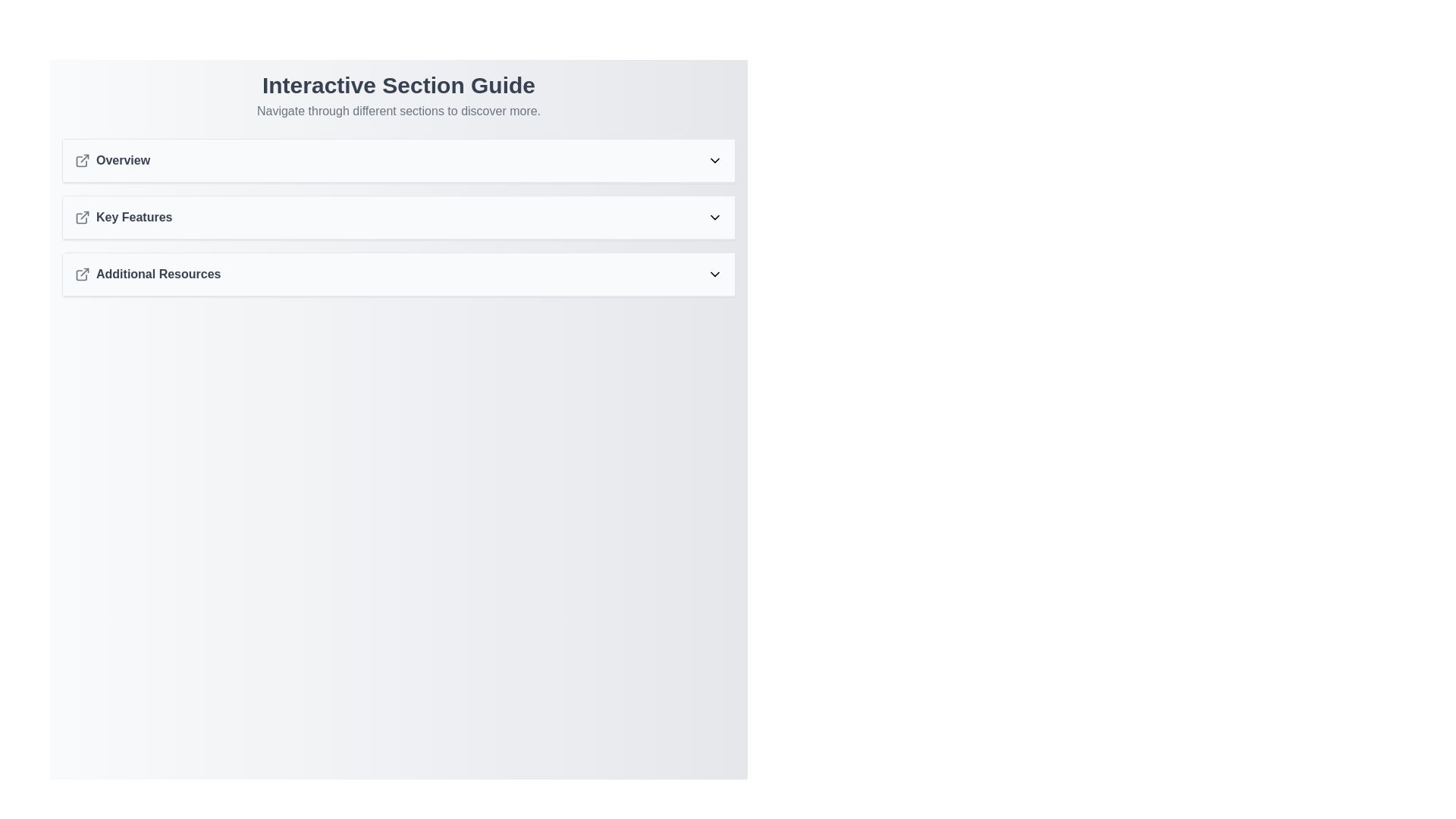 The image size is (1456, 819). What do you see at coordinates (399, 85) in the screenshot?
I see `the title Text Label that serves as a heading for the web page section, located at the top-middle of the interface, above the subtitle 'Navigate through different sections to discover more.'` at bounding box center [399, 85].